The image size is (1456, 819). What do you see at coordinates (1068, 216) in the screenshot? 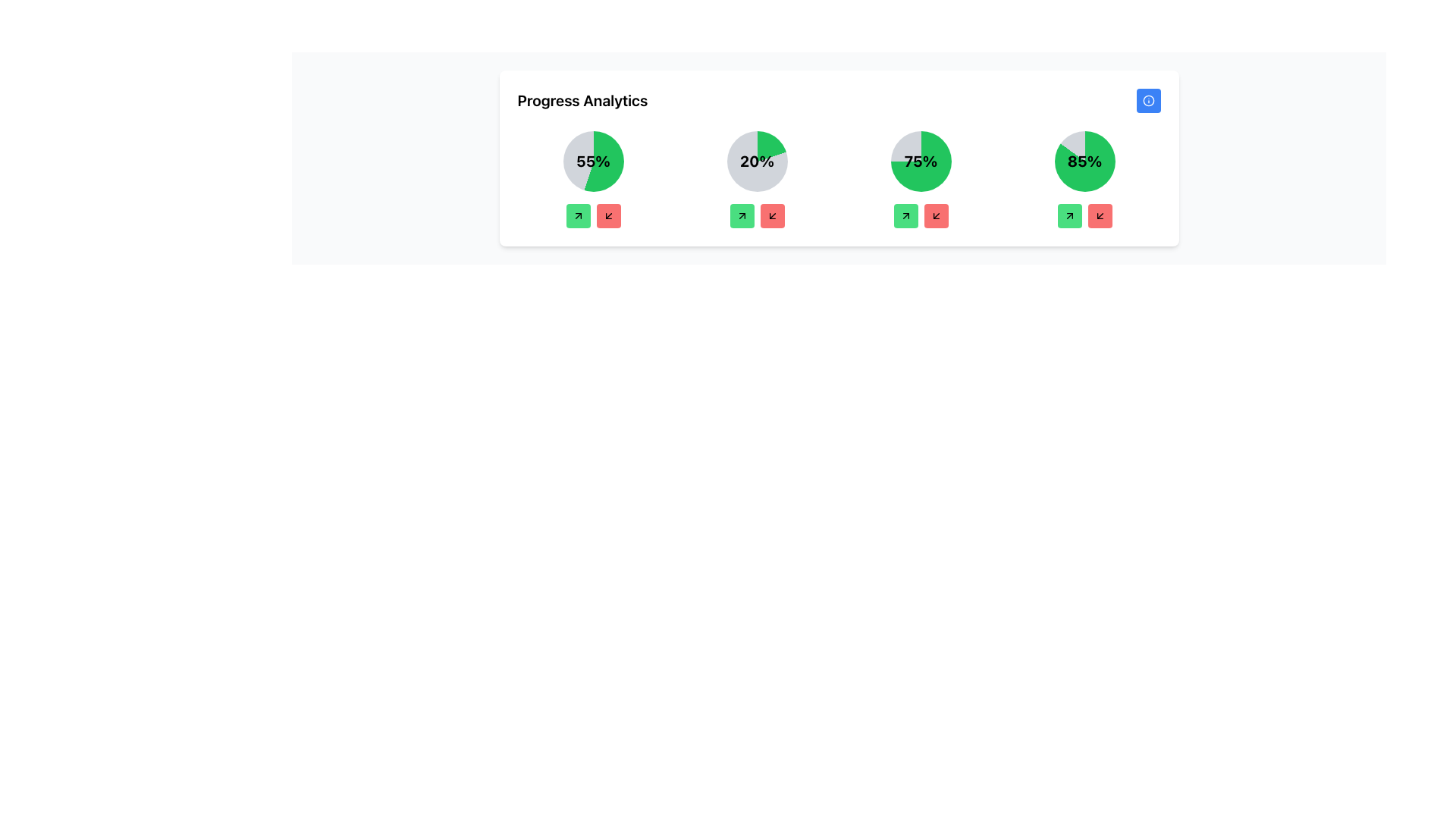
I see `the small upward-right arrow icon within the green button` at bounding box center [1068, 216].